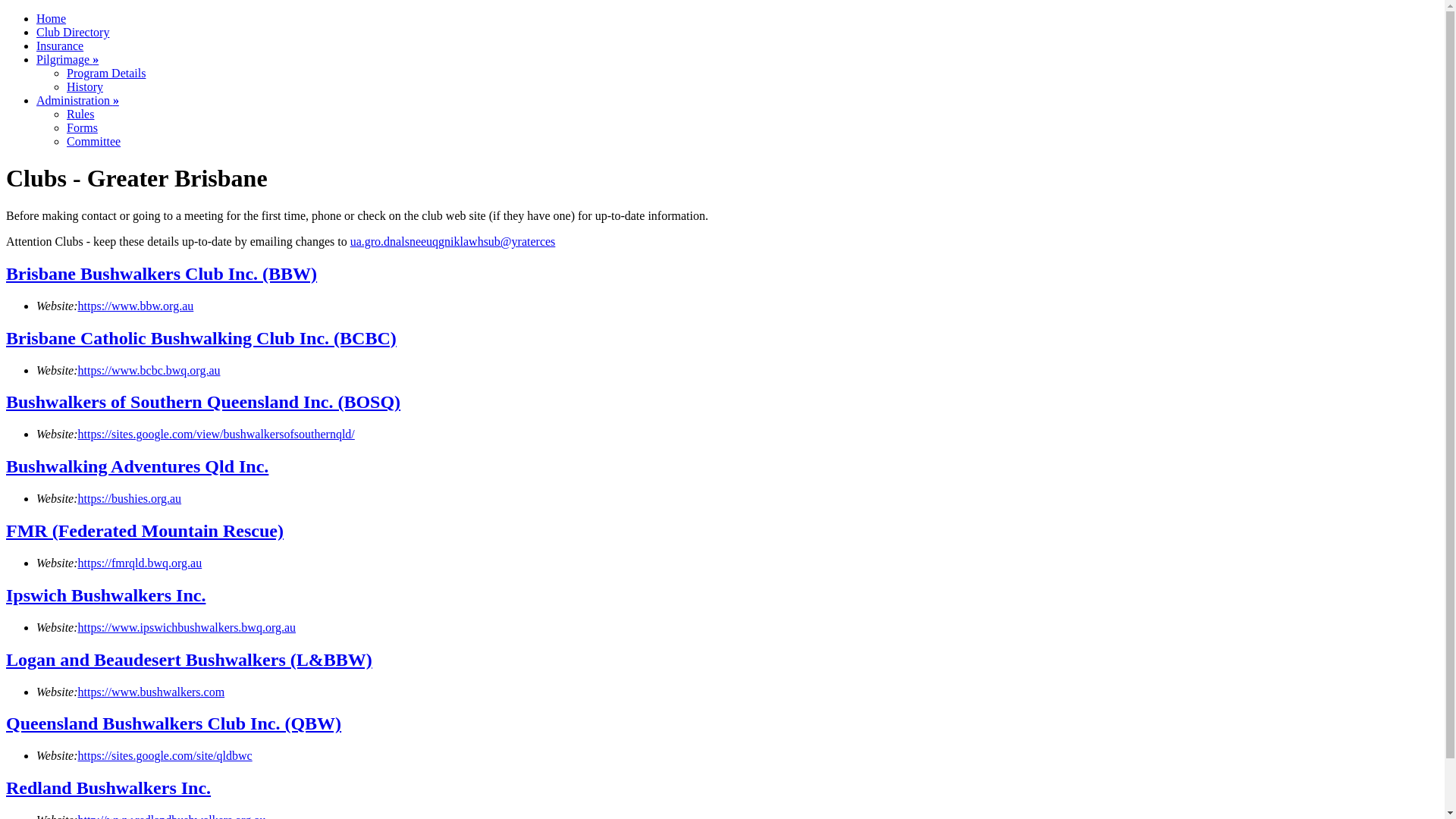 This screenshot has height=819, width=1456. What do you see at coordinates (186, 627) in the screenshot?
I see `'https://www.ipswichbushwalkers.bwq.org.au'` at bounding box center [186, 627].